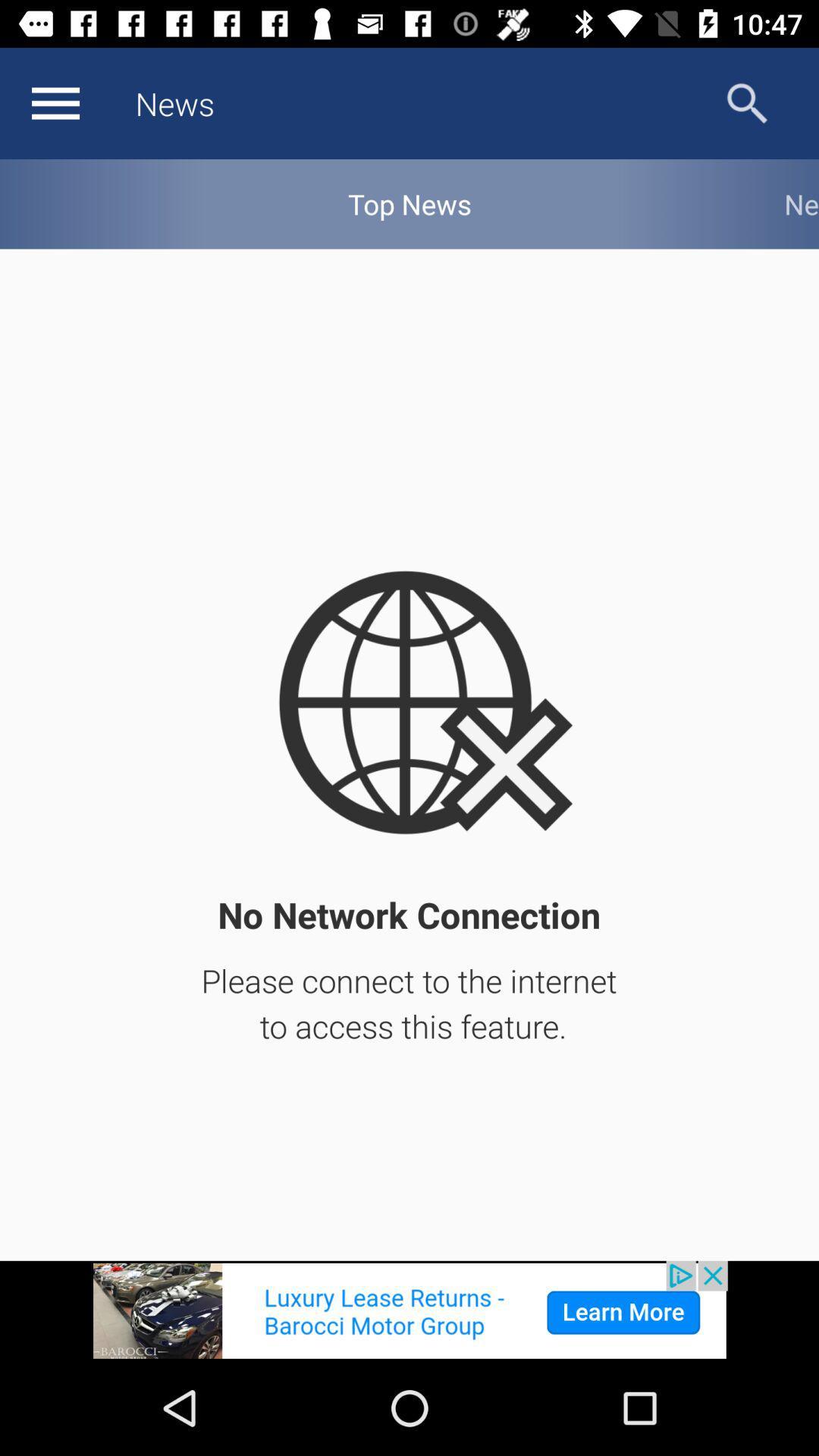 This screenshot has height=1456, width=819. I want to click on the menu icon, so click(55, 102).